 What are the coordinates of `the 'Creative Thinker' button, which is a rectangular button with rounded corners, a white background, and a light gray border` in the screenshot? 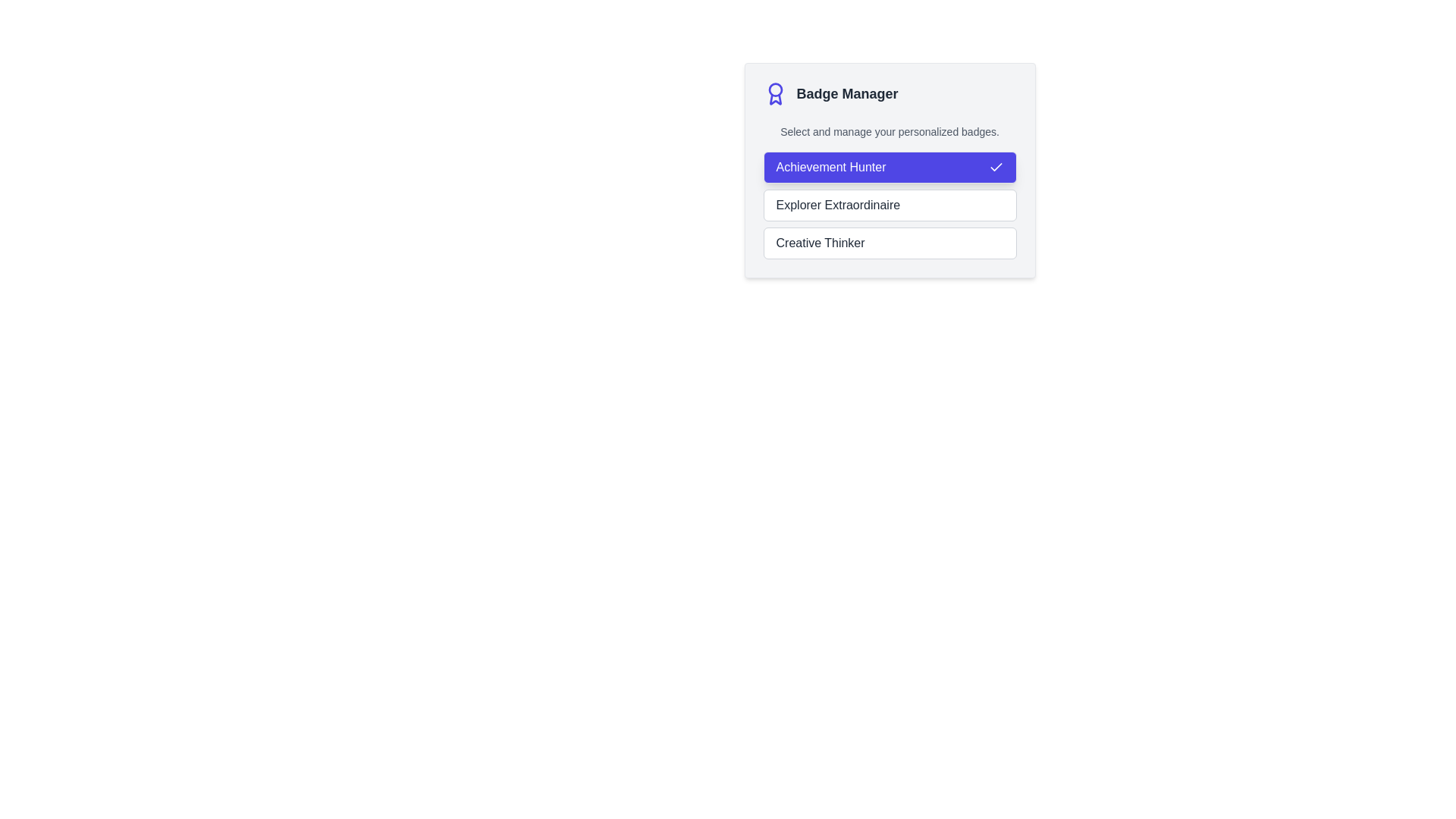 It's located at (890, 242).